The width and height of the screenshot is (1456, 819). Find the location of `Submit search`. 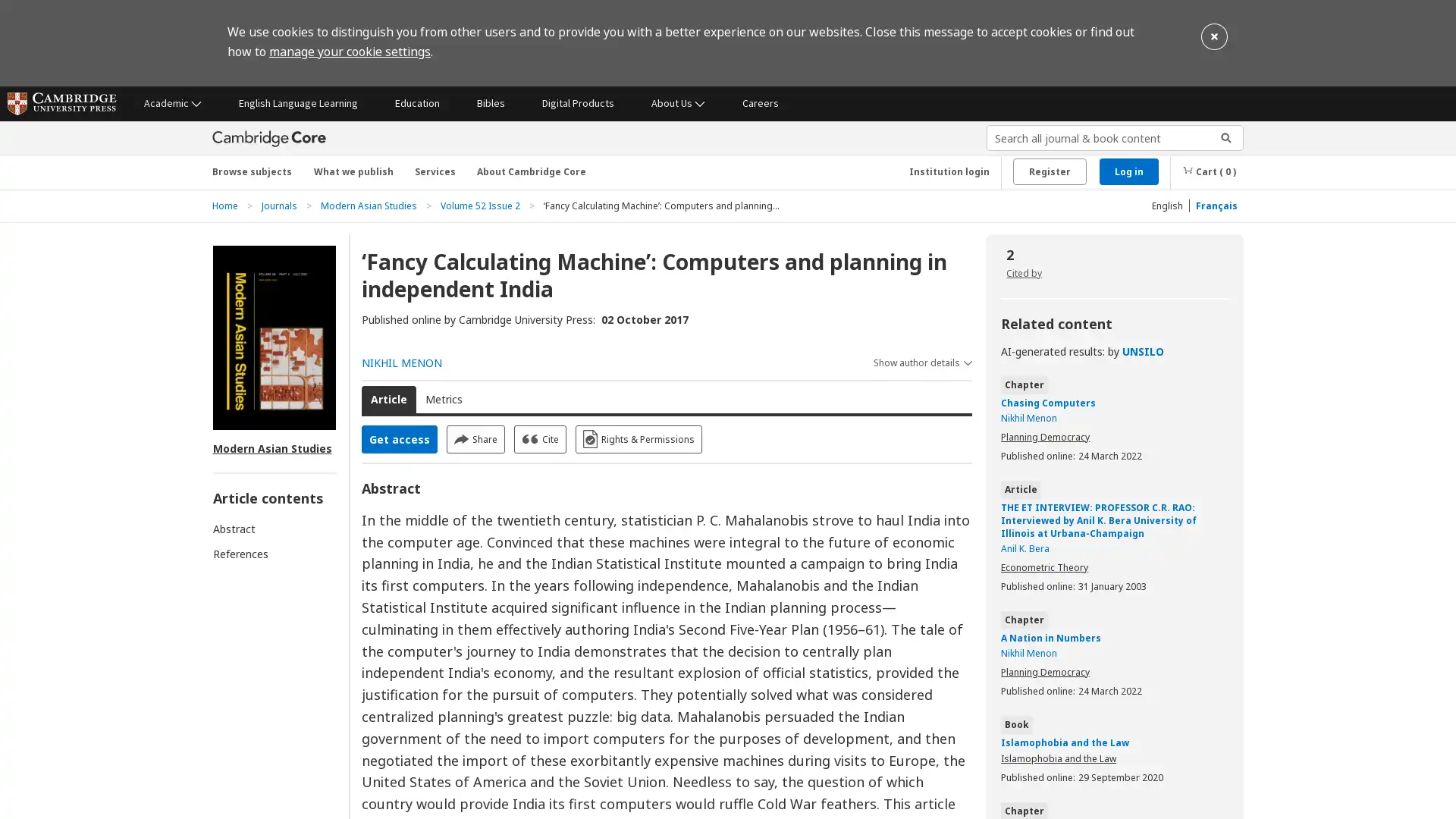

Submit search is located at coordinates (1220, 137).